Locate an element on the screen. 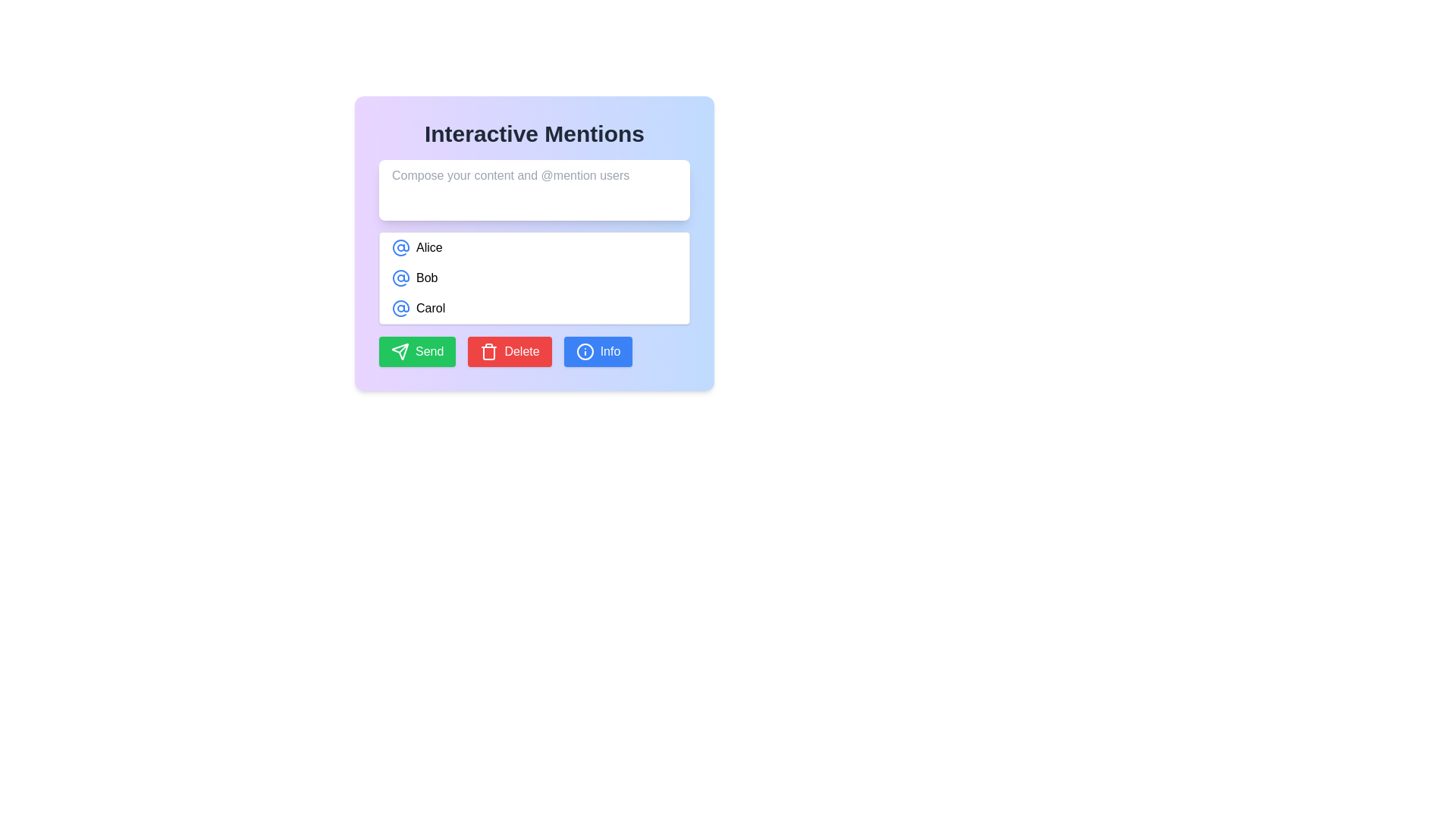 This screenshot has width=1456, height=819. the green button labeled 'Send', which is the first button in a row of action buttons below the user input section is located at coordinates (428, 351).